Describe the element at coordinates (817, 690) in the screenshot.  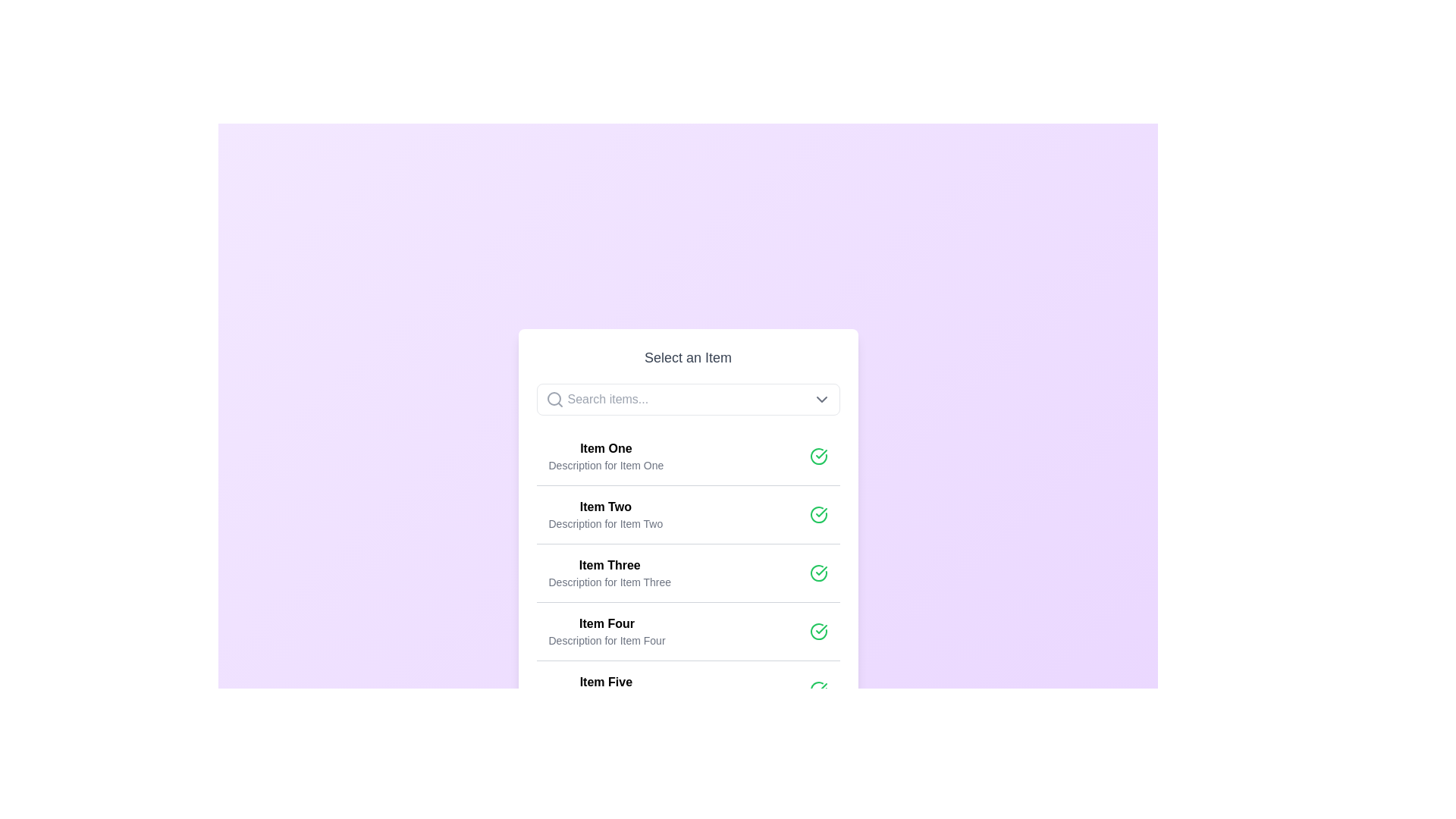
I see `the status indicator icon located to the extreme right of the row labeled 'Item Five', near the center-right edge adjacent to the item's description` at that location.